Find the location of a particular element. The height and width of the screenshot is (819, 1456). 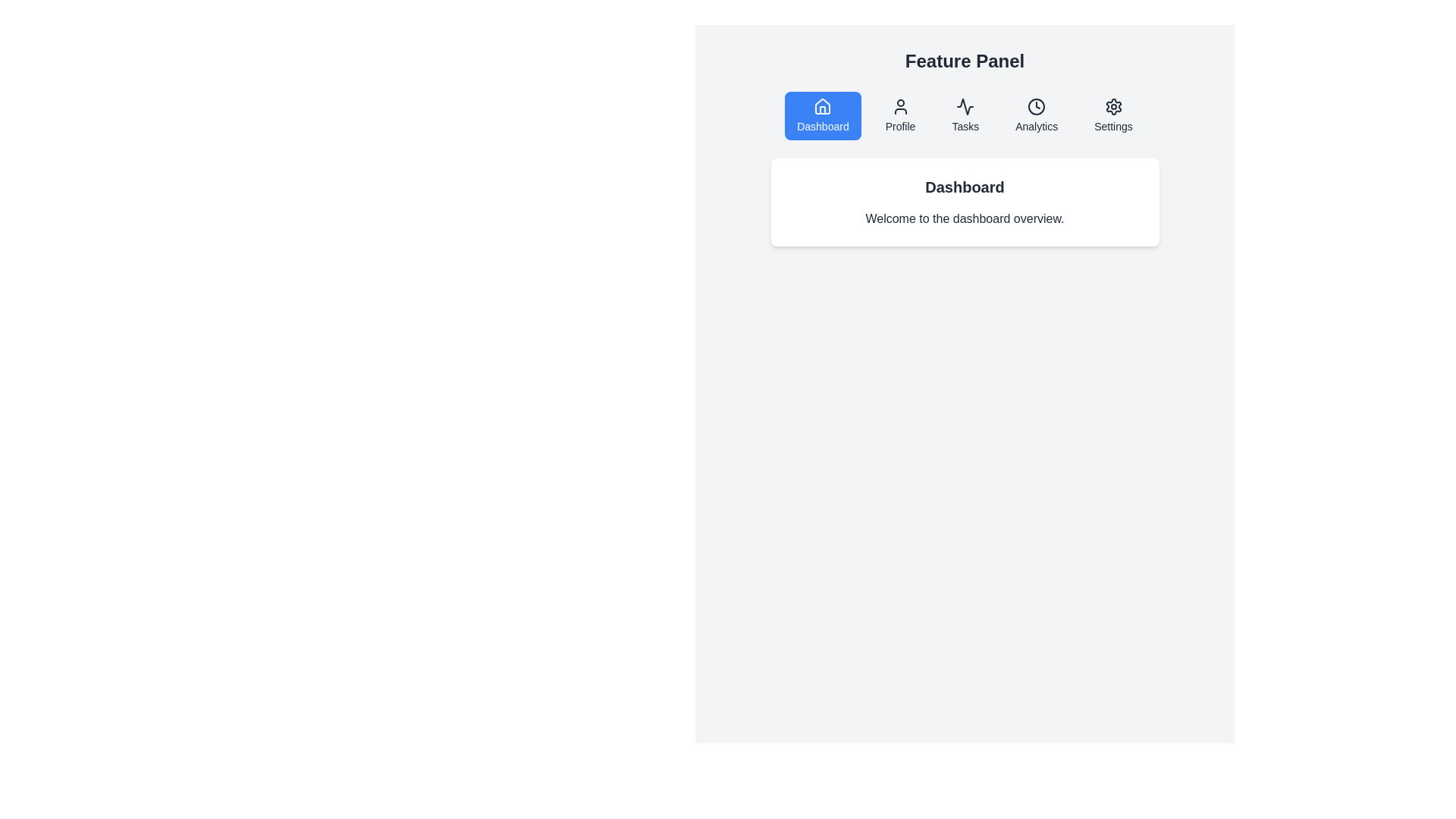

the house icon located centrally within the 'Dashboard' button in the top navigation bar is located at coordinates (822, 105).